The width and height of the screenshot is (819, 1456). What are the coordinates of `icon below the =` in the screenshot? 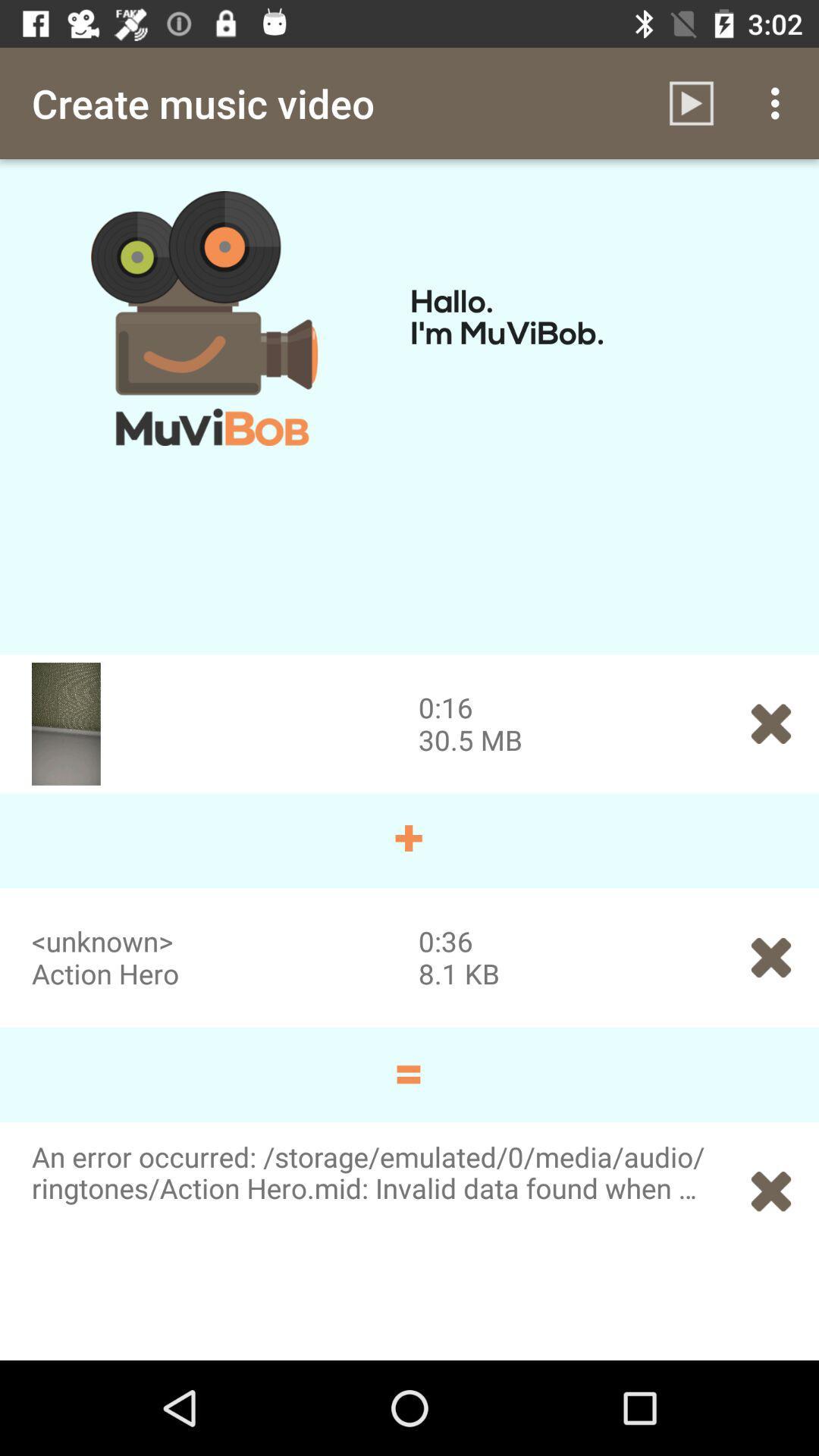 It's located at (771, 1191).